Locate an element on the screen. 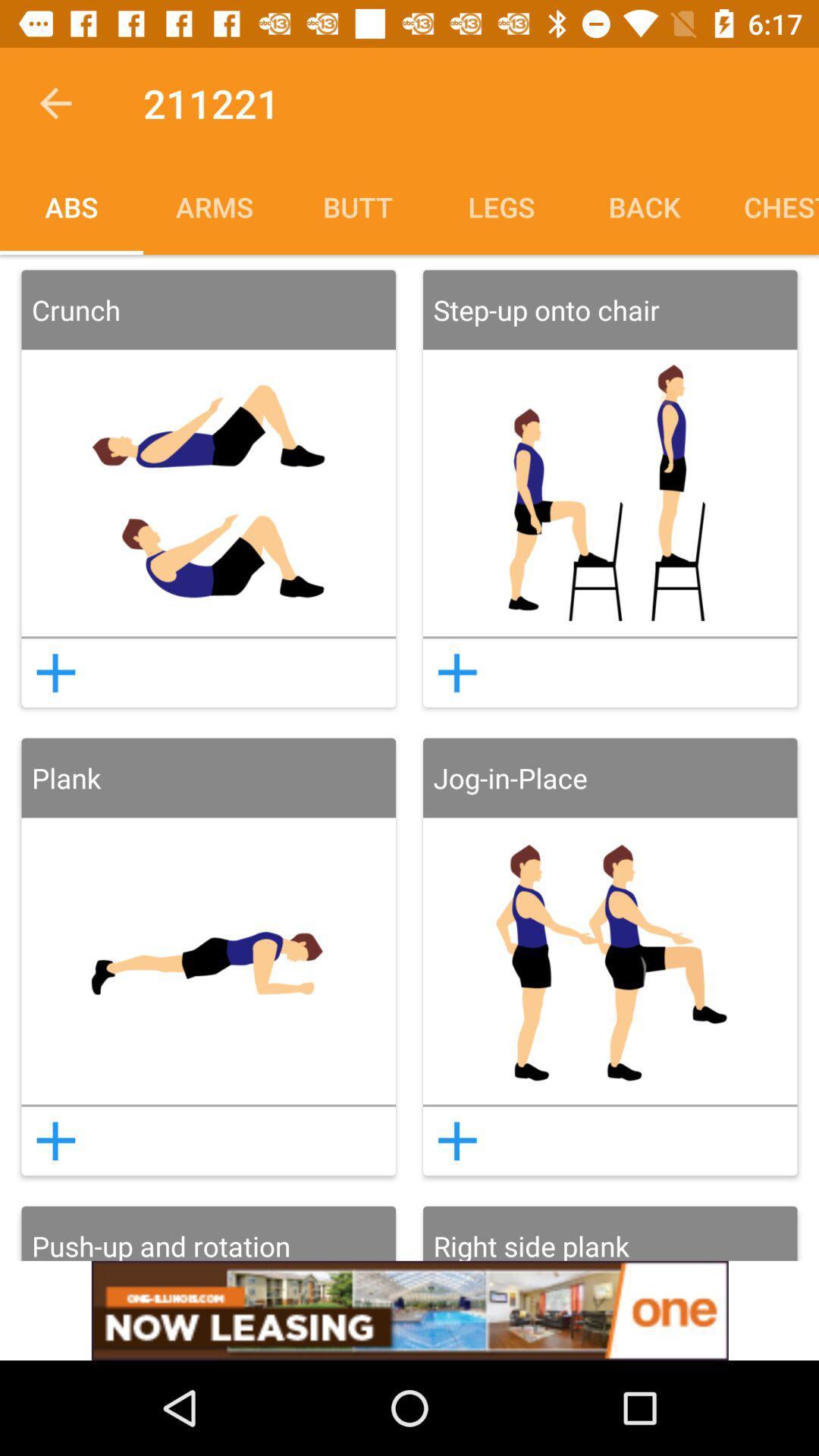  rutine is located at coordinates (457, 1141).